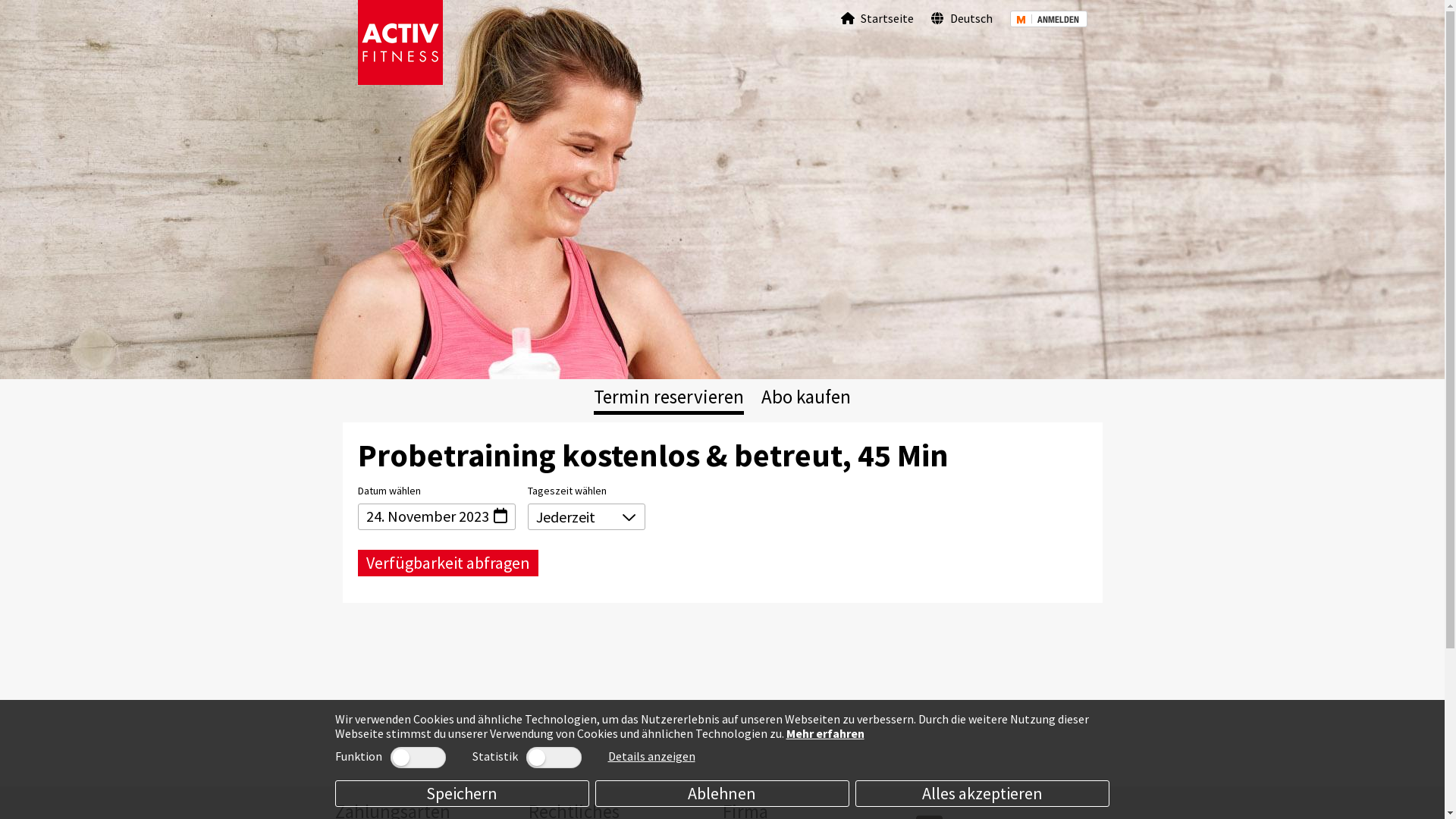 This screenshot has width=1456, height=819. What do you see at coordinates (877, 18) in the screenshot?
I see `'Startseite'` at bounding box center [877, 18].